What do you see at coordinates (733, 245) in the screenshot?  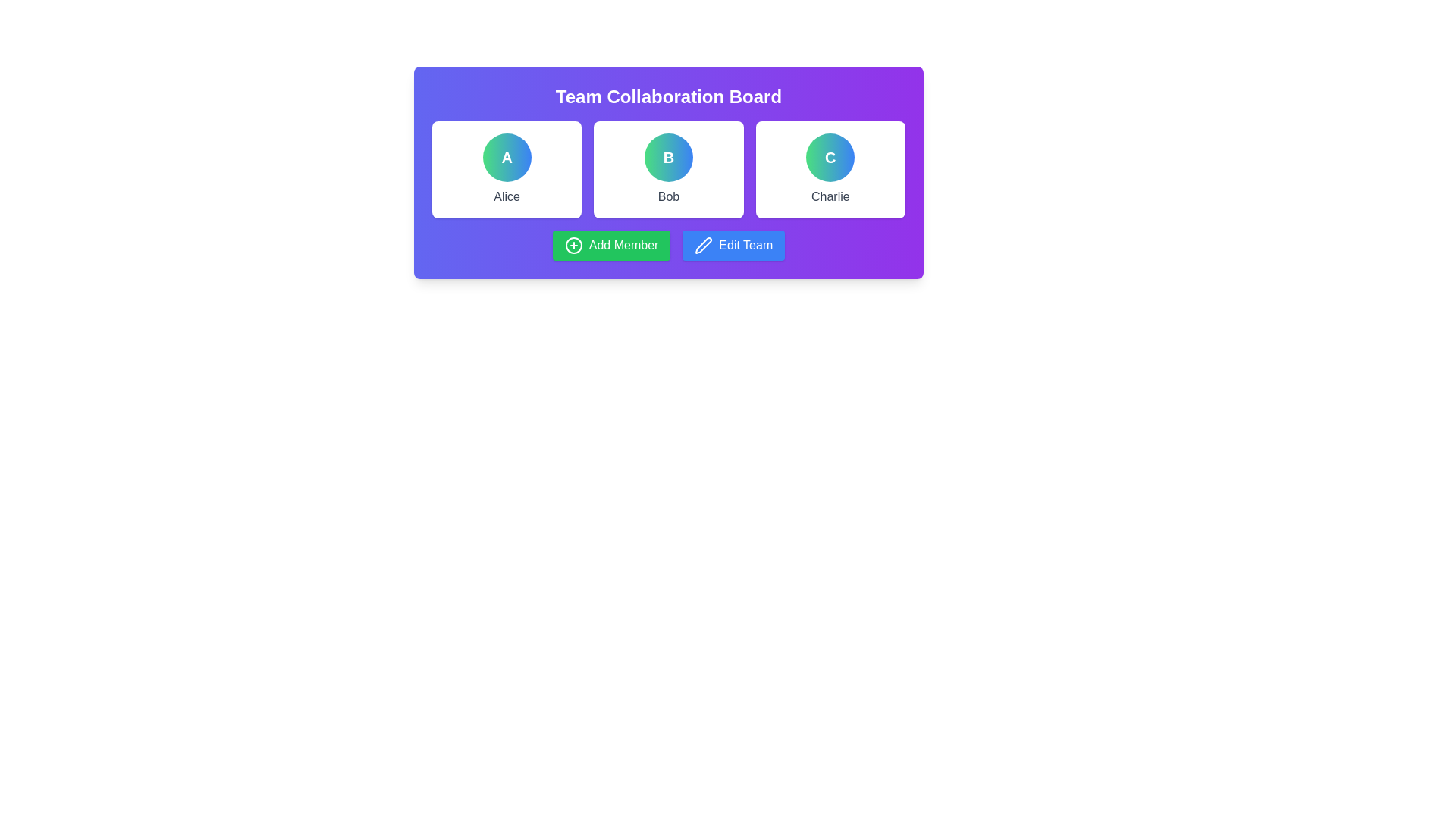 I see `the rectangular button labeled 'Edit Team' with a blue background and a pen icon` at bounding box center [733, 245].